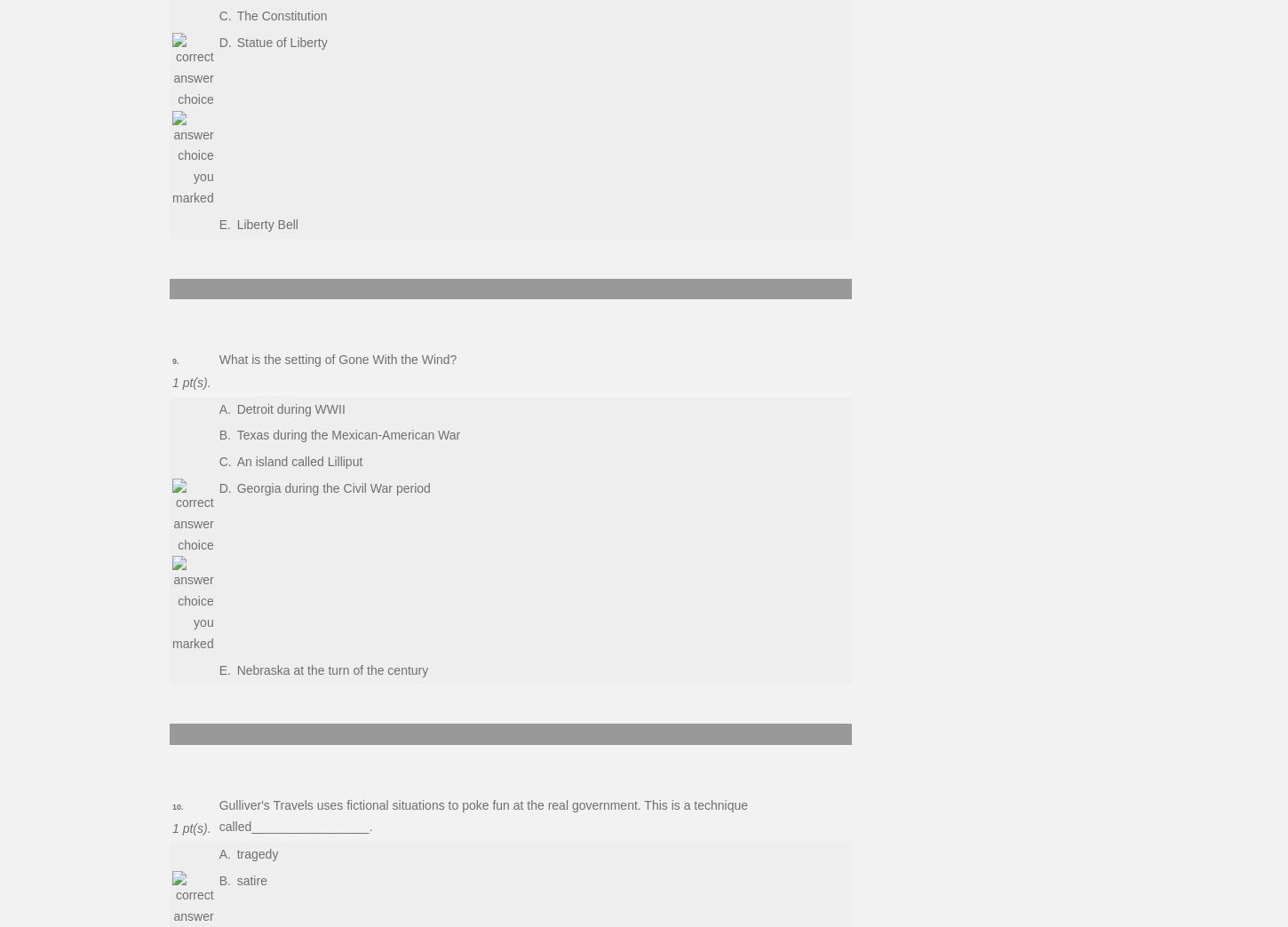 The image size is (1288, 927). I want to click on 'tragedy', so click(235, 853).